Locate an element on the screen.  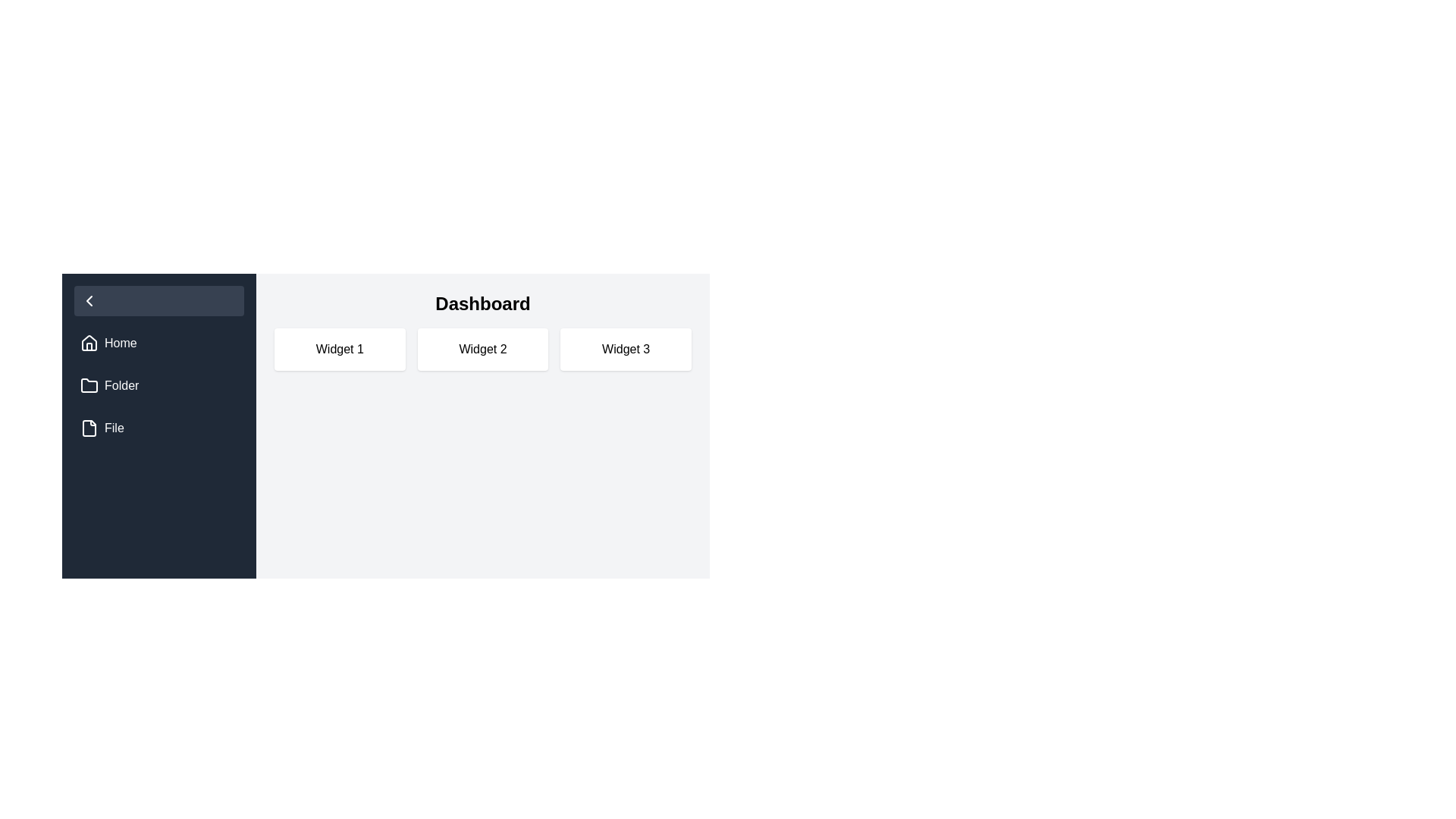
the left-pointing chevron icon located within a dark gray rectangular button at the top of the sidebar navigation menu is located at coordinates (89, 301).